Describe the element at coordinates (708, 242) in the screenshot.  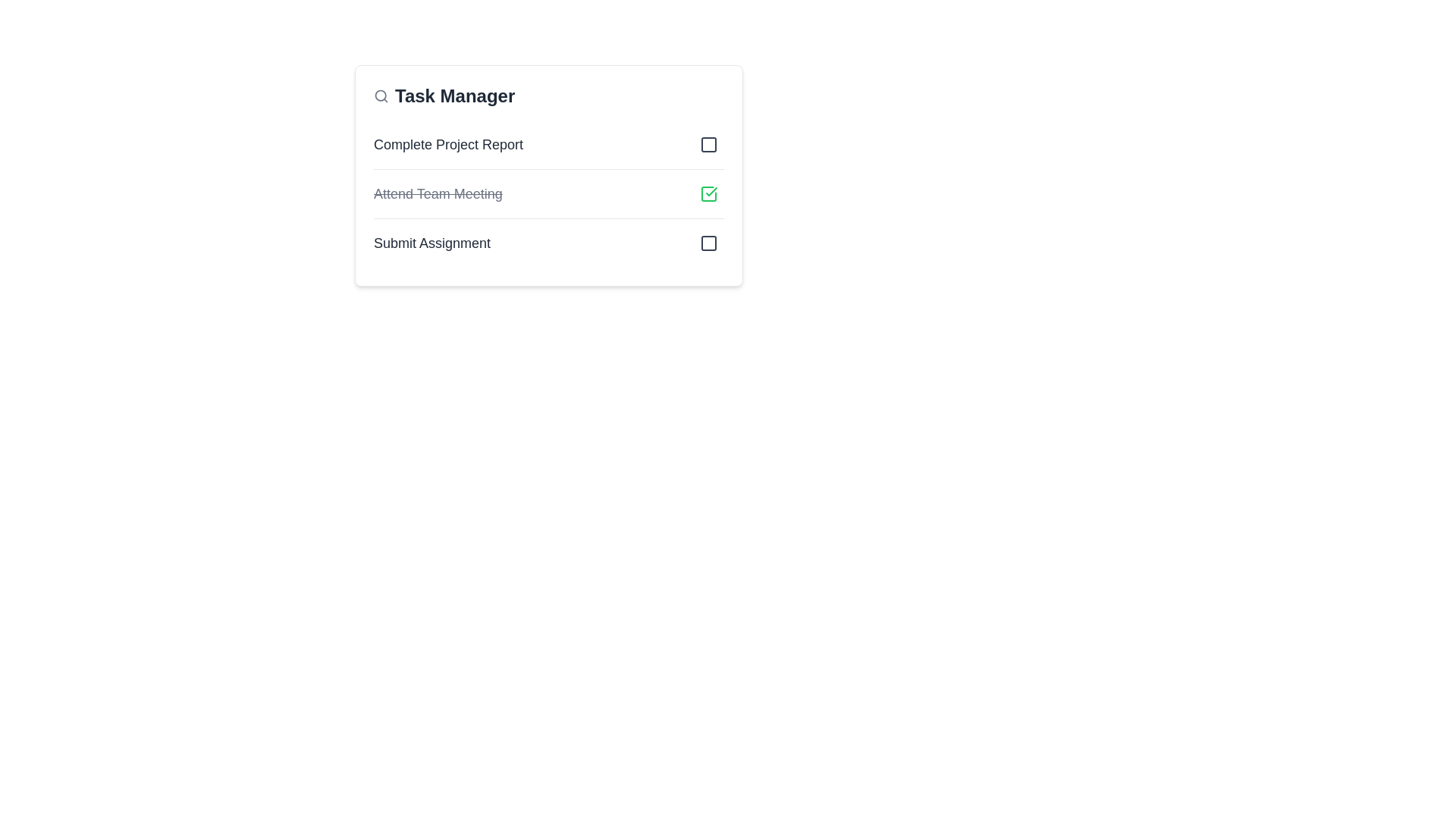
I see `the square icon located beside the 'Submit Assignment' label` at that location.